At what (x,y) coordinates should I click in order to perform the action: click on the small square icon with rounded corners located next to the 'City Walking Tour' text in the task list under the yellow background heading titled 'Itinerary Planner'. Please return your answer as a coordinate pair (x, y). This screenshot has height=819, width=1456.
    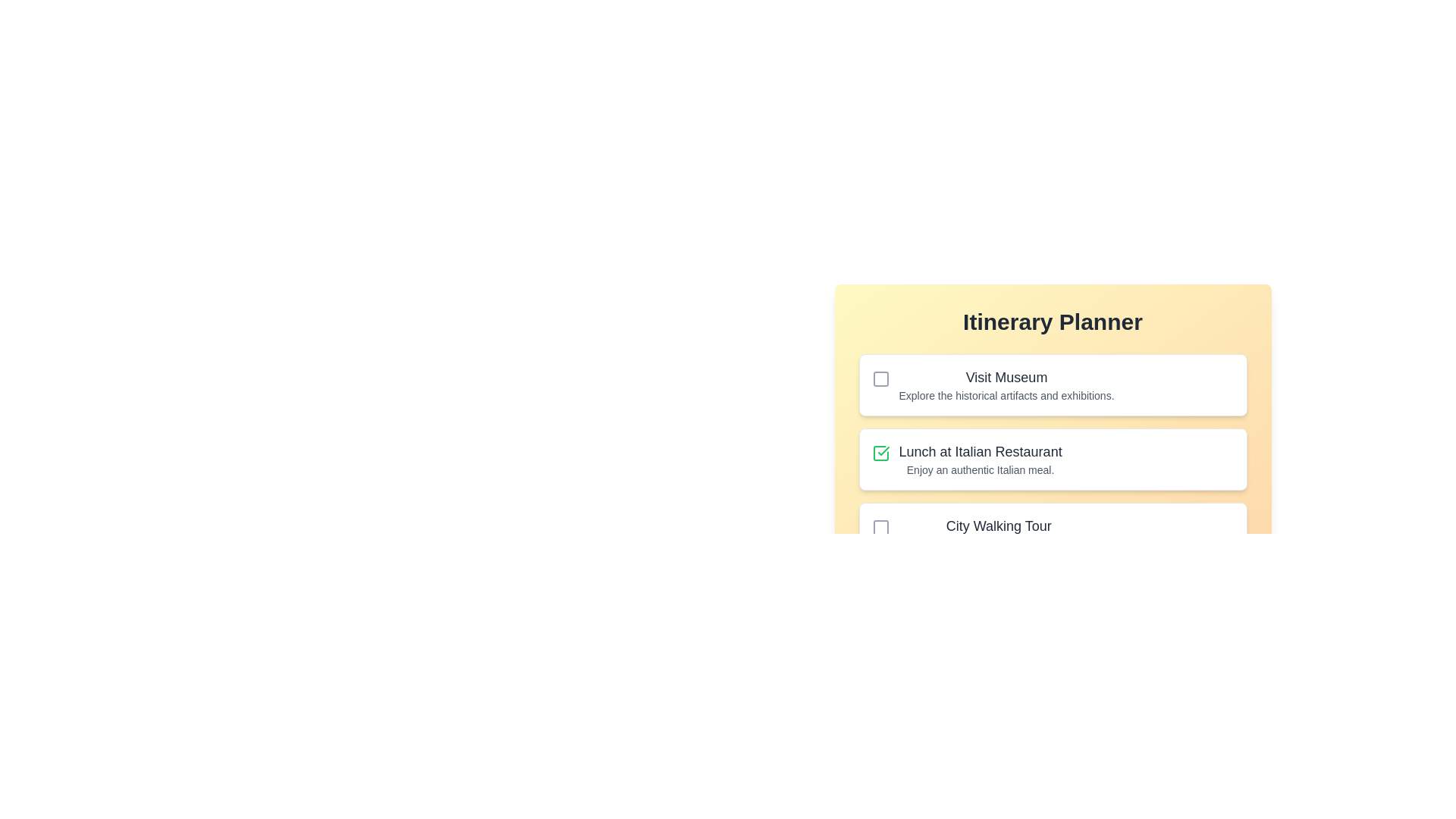
    Looking at the image, I should click on (880, 526).